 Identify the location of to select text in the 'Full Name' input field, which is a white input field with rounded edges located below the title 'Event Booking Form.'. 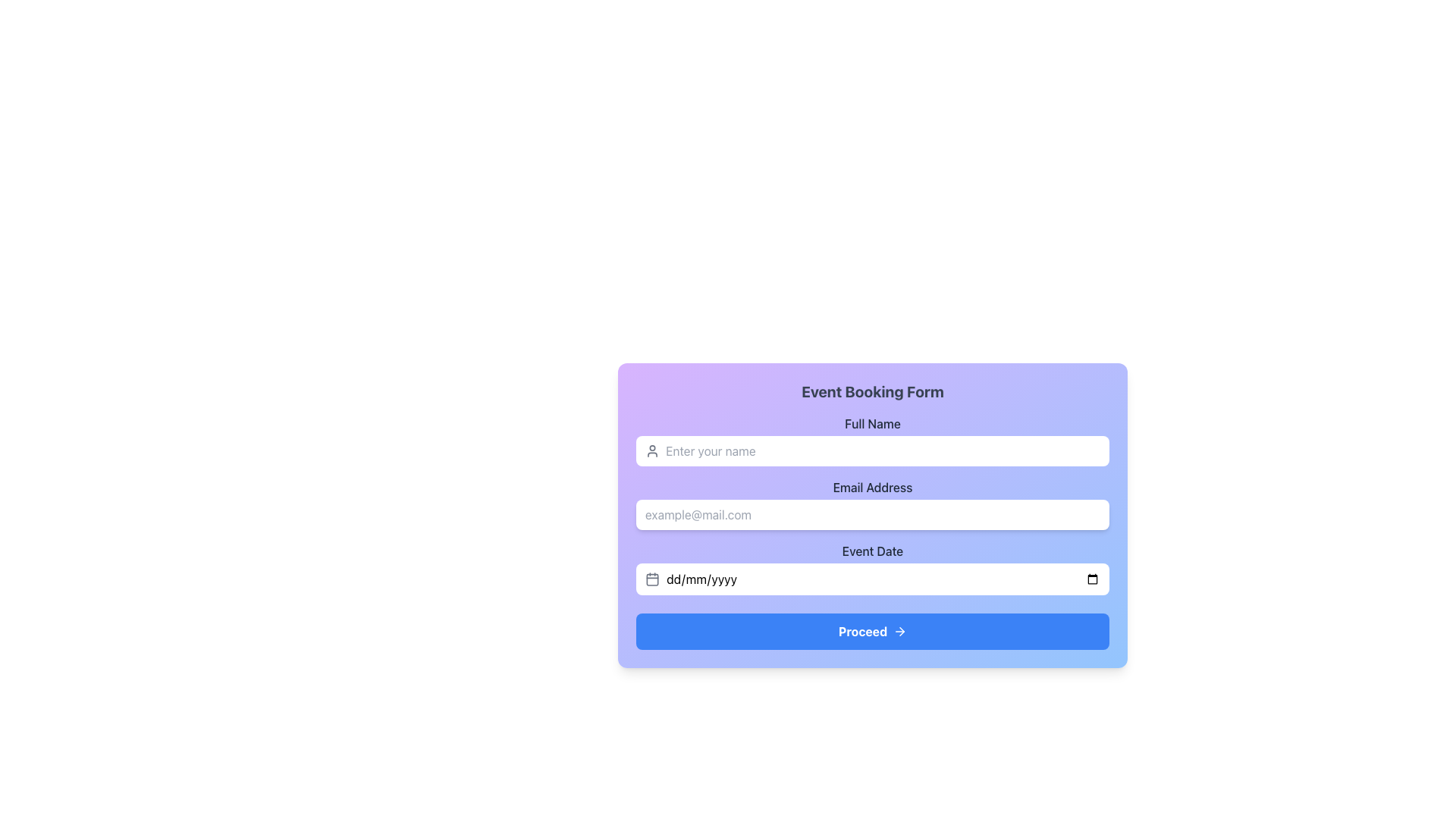
(873, 441).